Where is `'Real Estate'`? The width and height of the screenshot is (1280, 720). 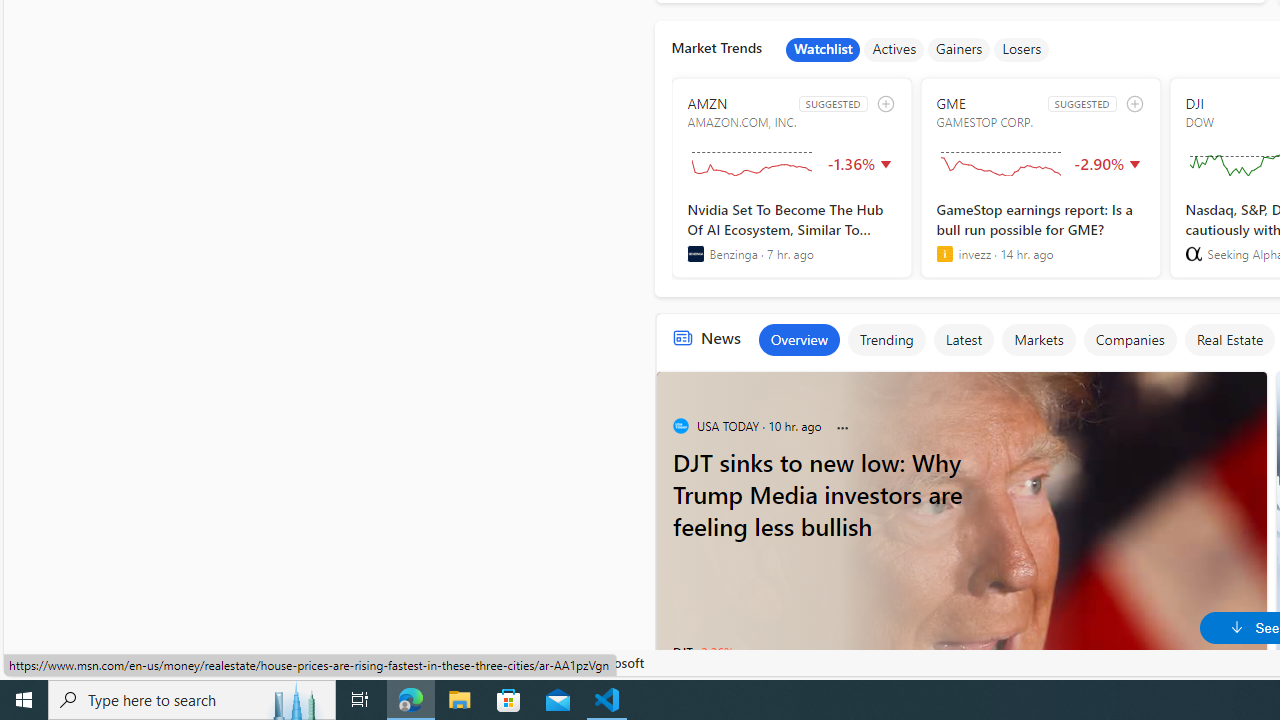 'Real Estate' is located at coordinates (1228, 338).